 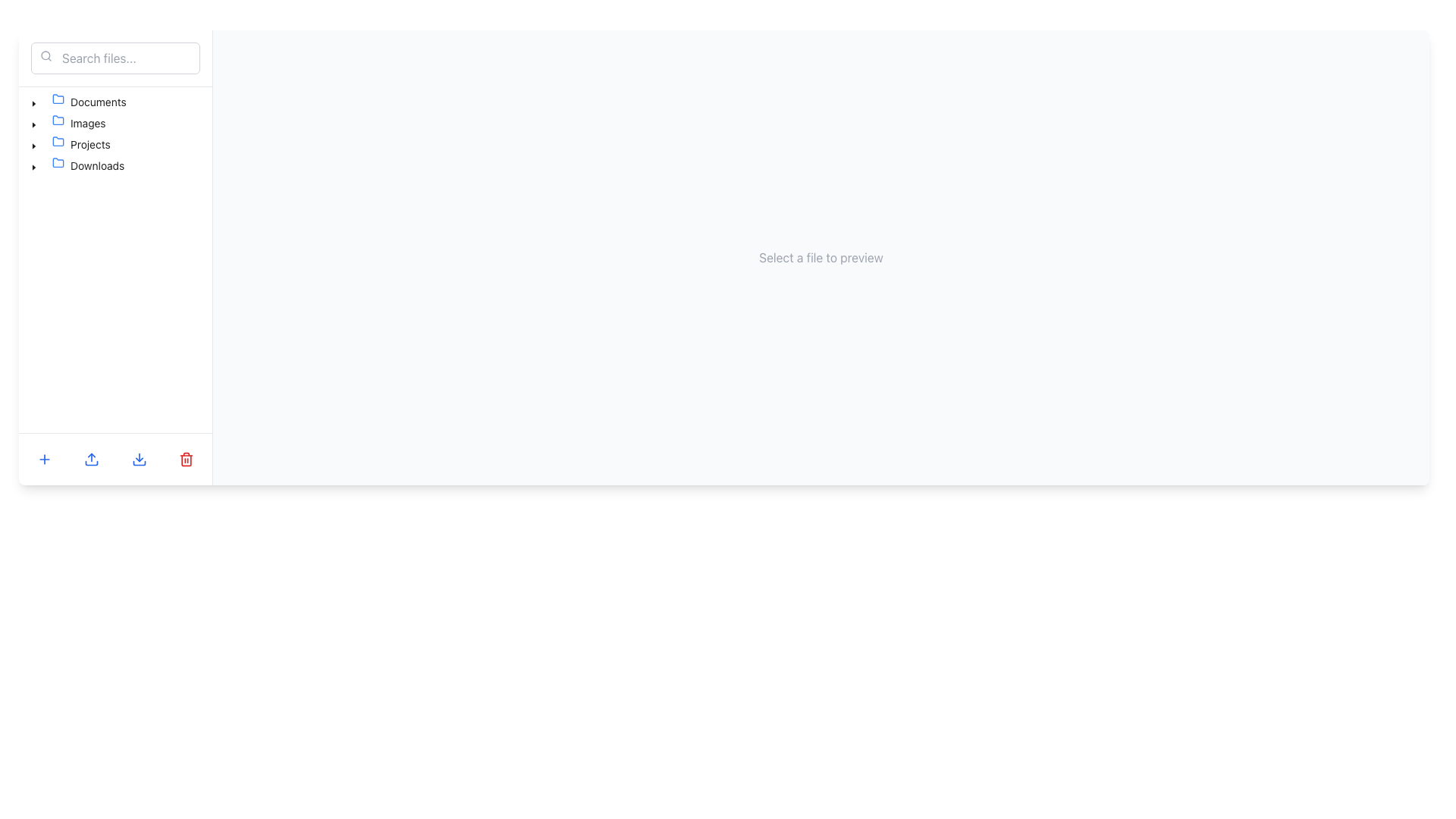 What do you see at coordinates (33, 102) in the screenshot?
I see `the Collapse/Expand Icon located to the left of the 'Documents' text` at bounding box center [33, 102].